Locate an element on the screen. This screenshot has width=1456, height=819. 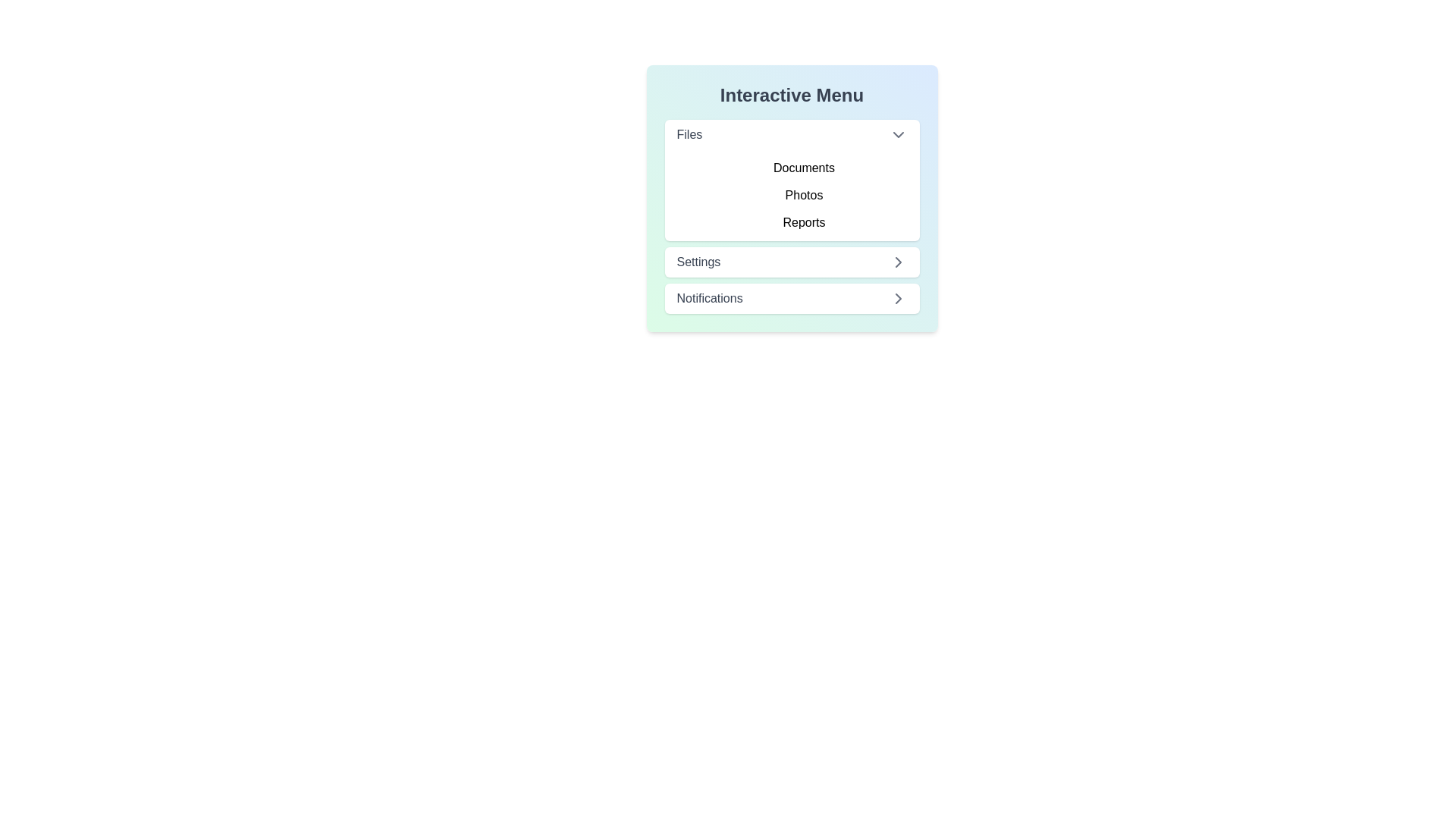
text displayed in the text label that serves as a heading for the dropdown menu positioned at the top-left corner of the dropdown panel is located at coordinates (689, 133).